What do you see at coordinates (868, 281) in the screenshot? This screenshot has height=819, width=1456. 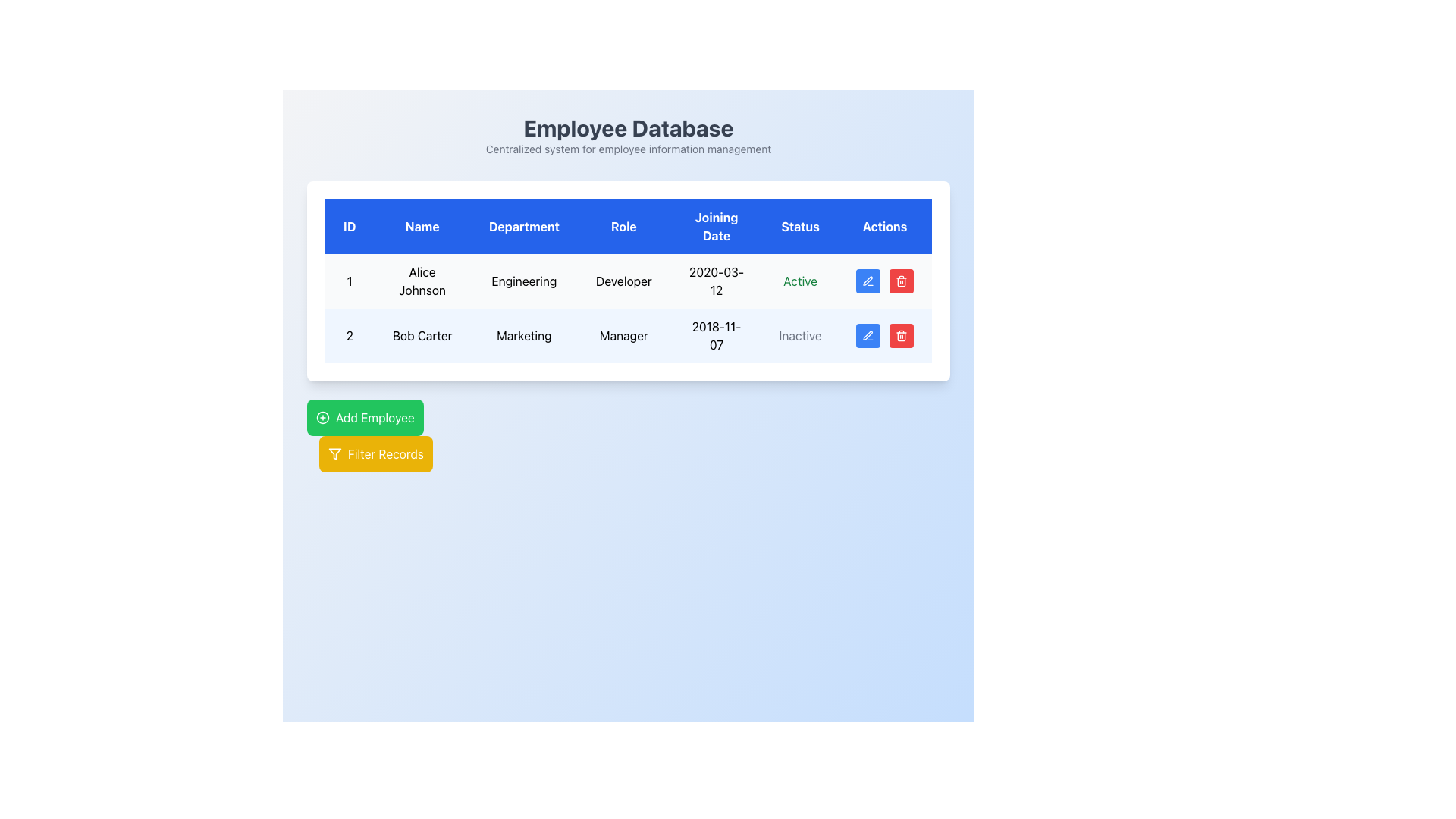 I see `the edit icon button located in the 'Actions' column of the second row of the table to initiate editing functionality` at bounding box center [868, 281].